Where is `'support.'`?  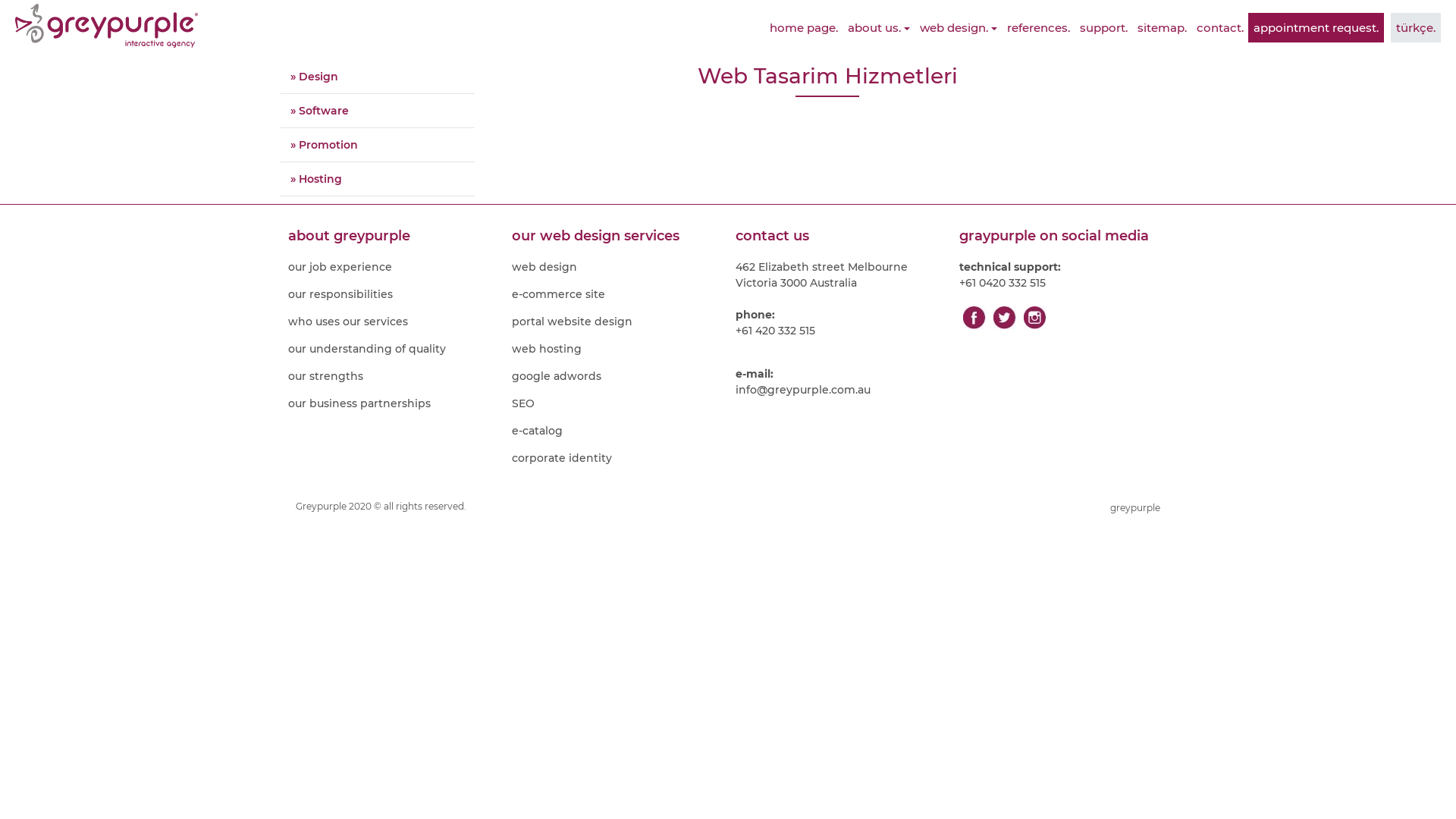
'support.' is located at coordinates (1103, 27).